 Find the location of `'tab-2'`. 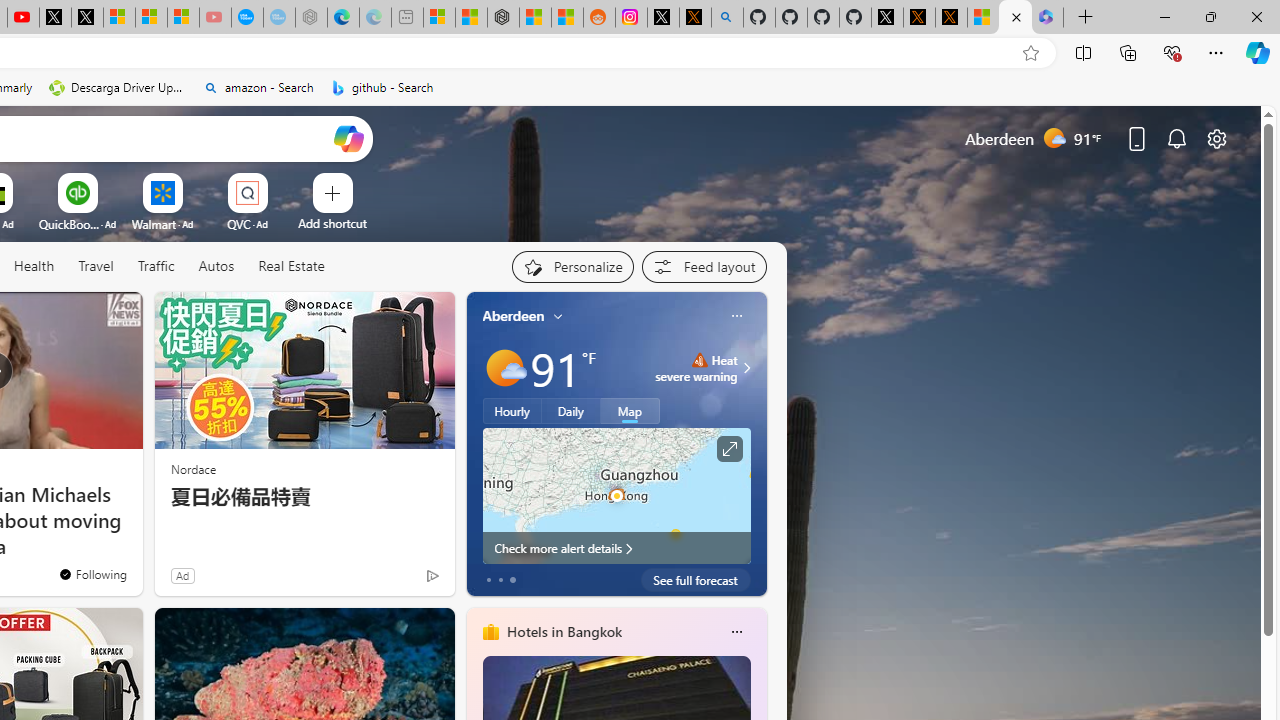

'tab-2' is located at coordinates (512, 579).